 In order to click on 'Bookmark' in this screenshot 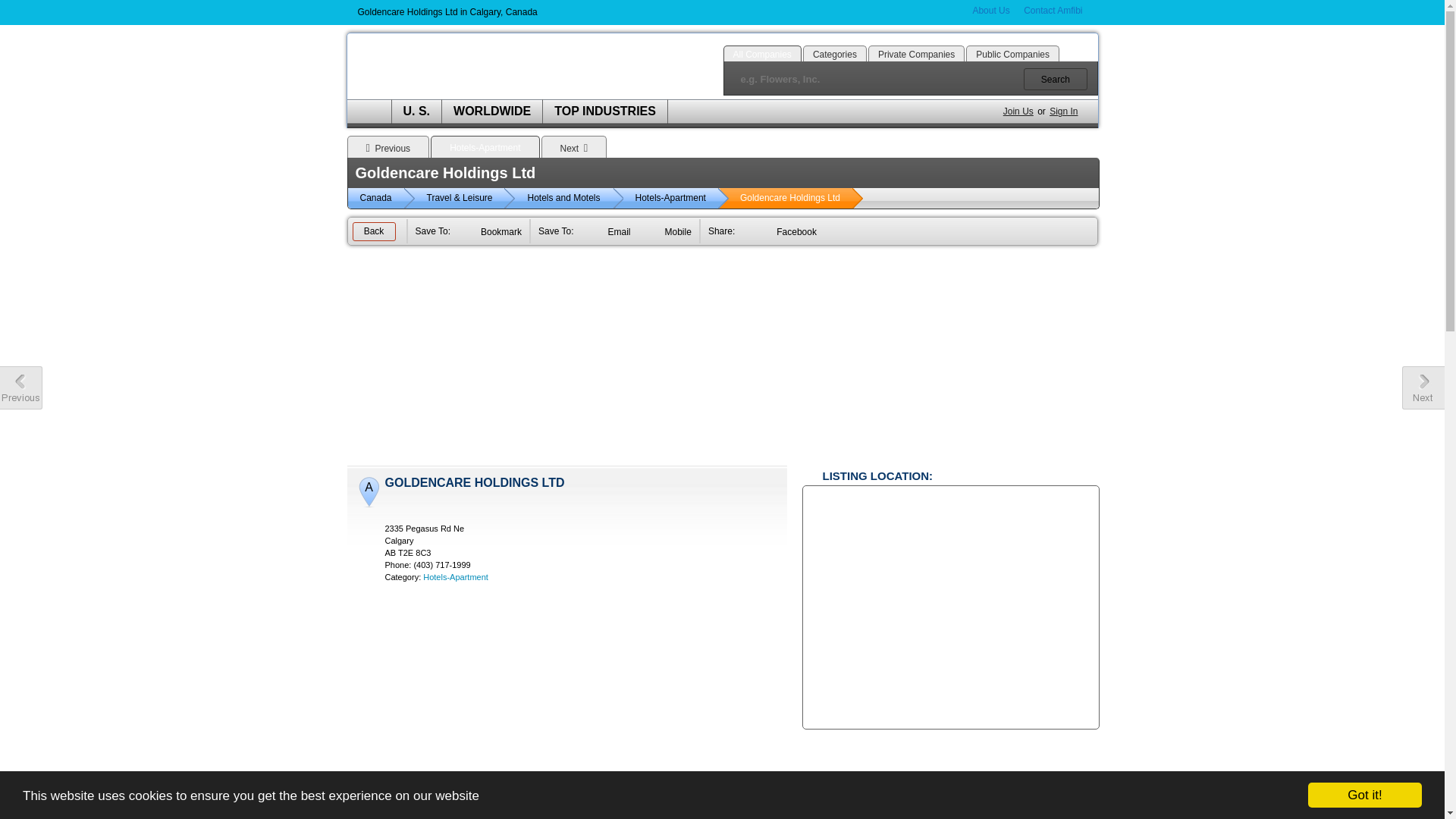, I will do `click(457, 232)`.